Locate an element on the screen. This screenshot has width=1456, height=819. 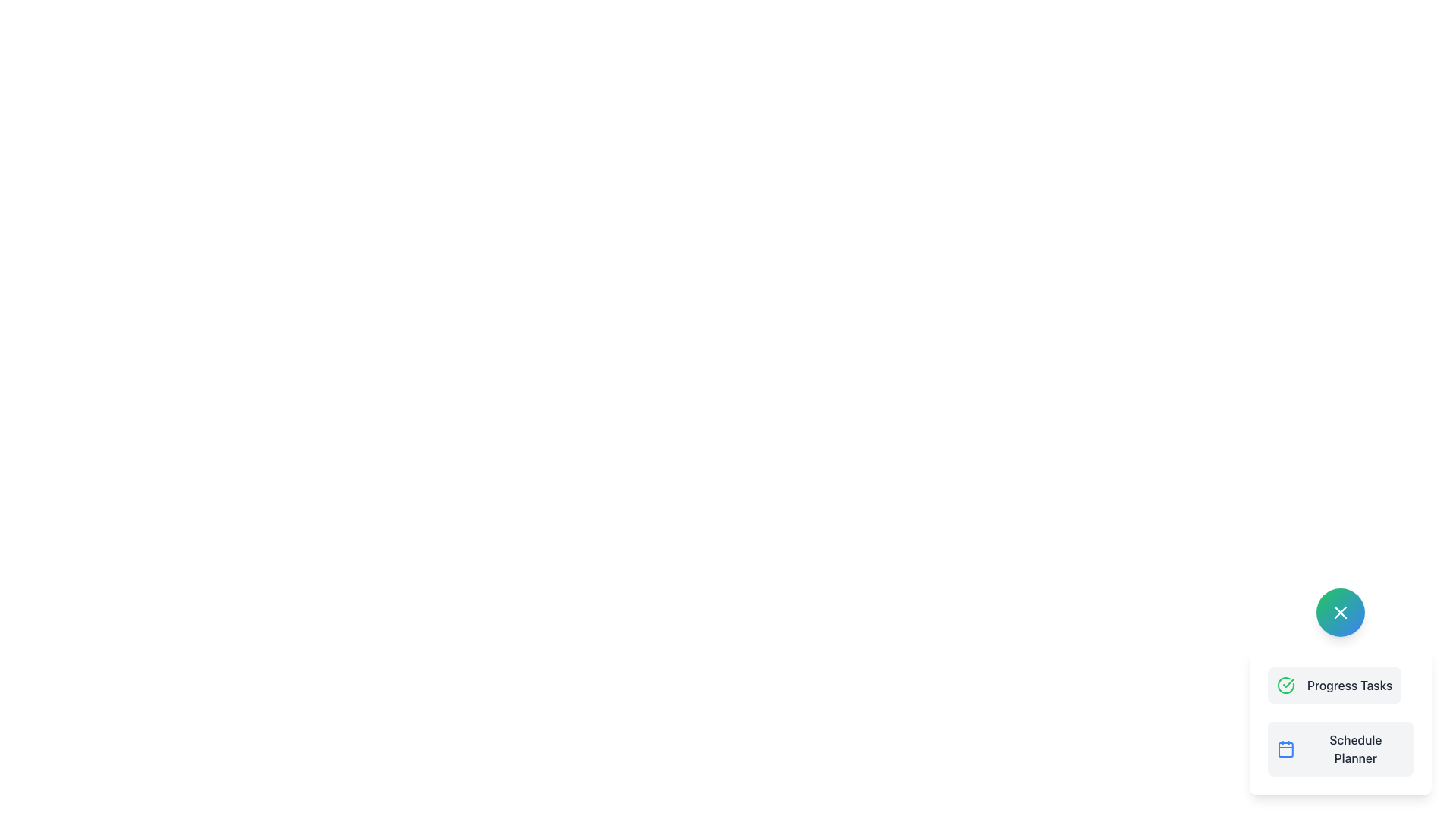
the circular close button with a white 'X' icon, which has a gradient fill from green to blue, to observe its hover animation is located at coordinates (1340, 611).